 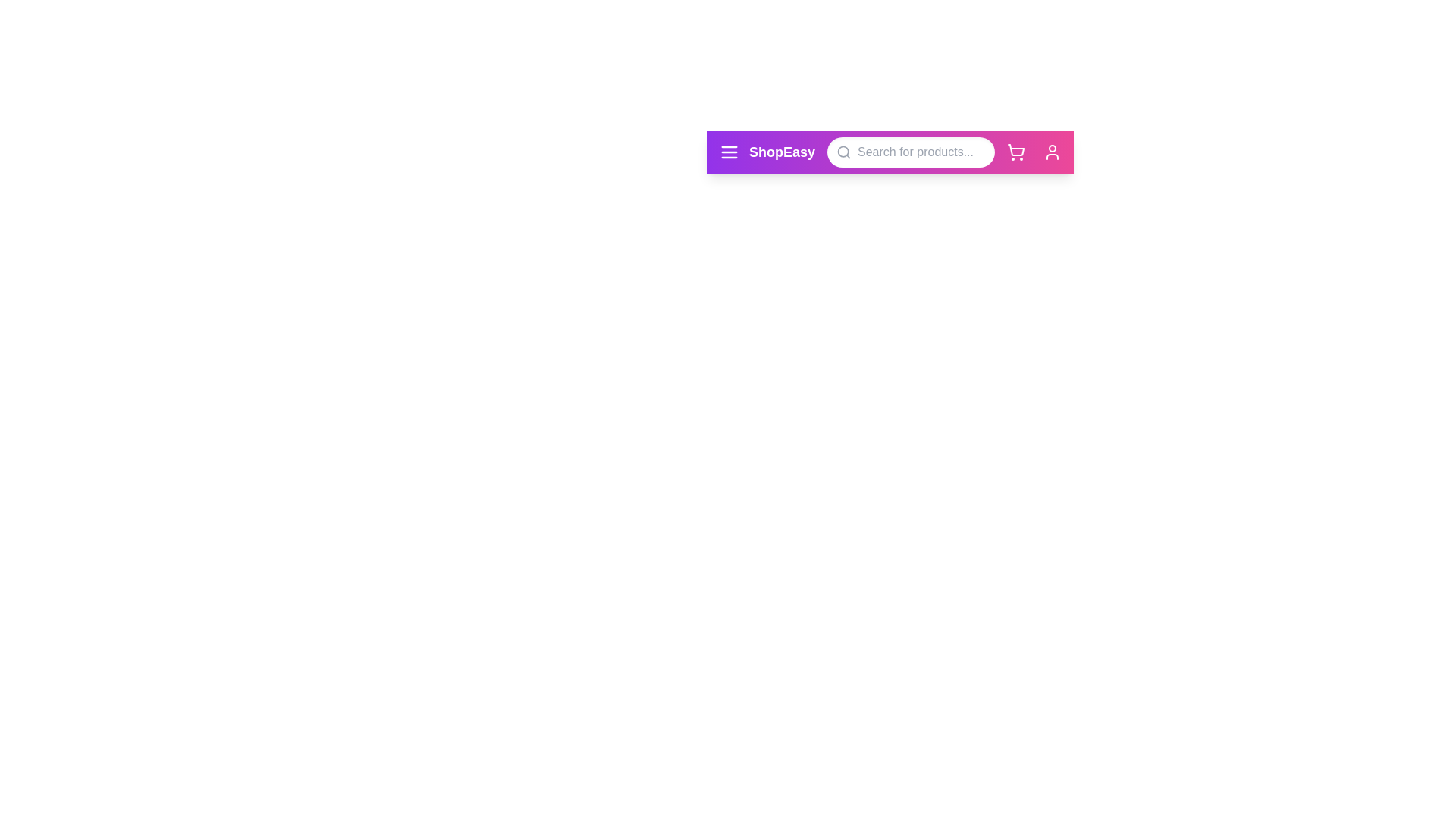 What do you see at coordinates (1015, 152) in the screenshot?
I see `the cart icon to observe its hover effect` at bounding box center [1015, 152].